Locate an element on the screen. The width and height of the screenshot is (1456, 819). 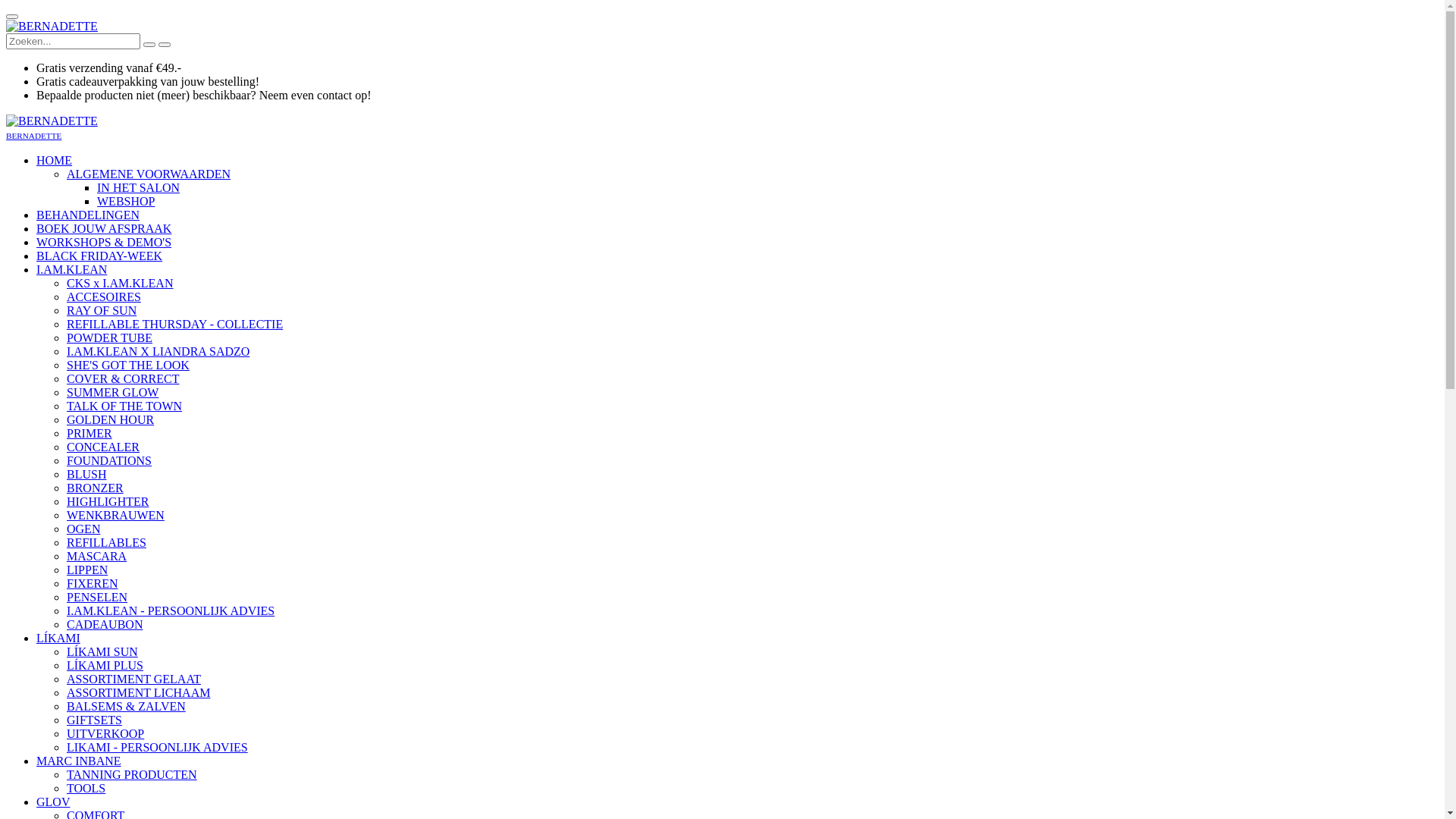
'BLUSH' is located at coordinates (65, 473).